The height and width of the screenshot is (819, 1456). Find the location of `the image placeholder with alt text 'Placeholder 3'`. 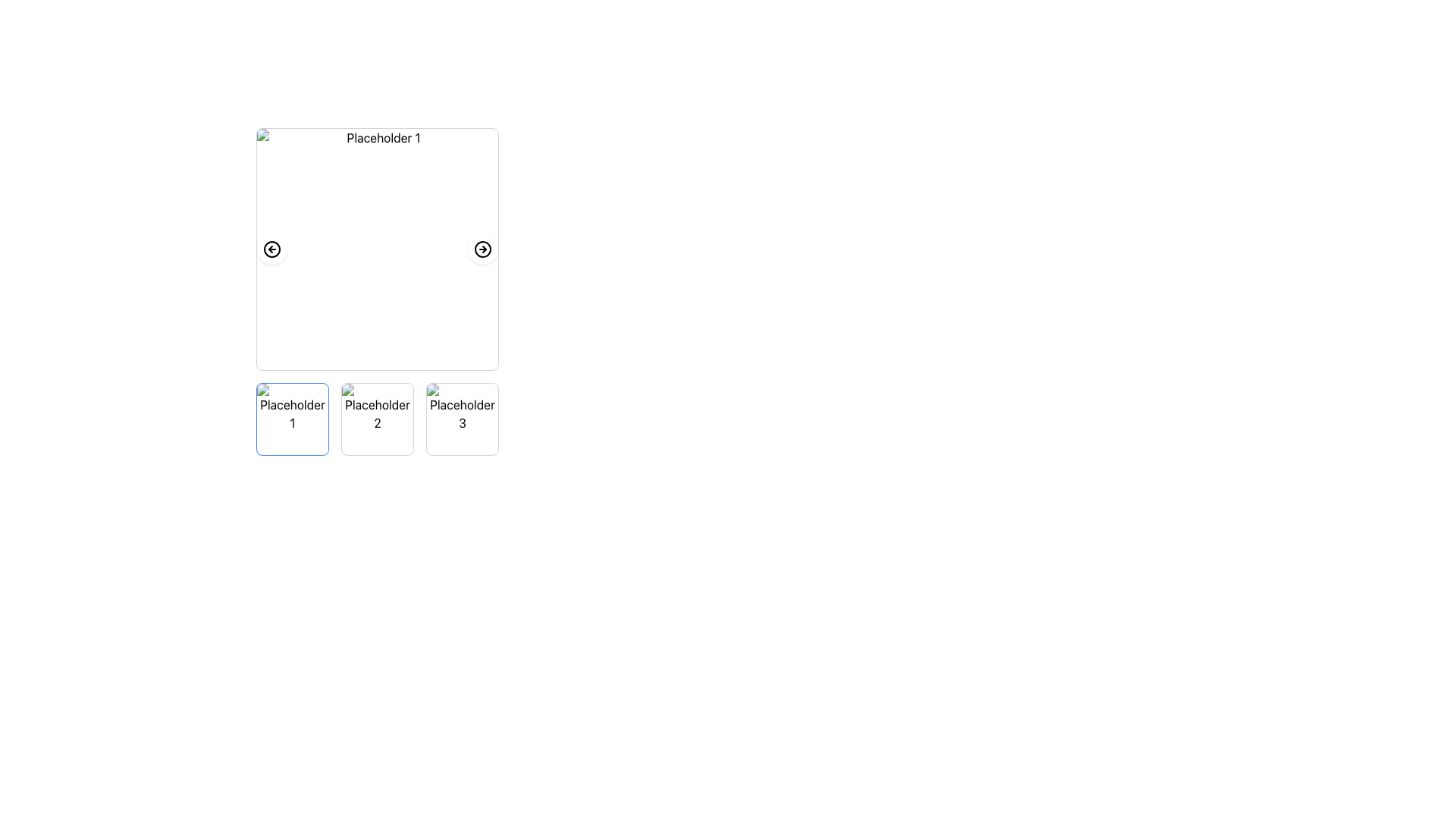

the image placeholder with alt text 'Placeholder 3' is located at coordinates (461, 419).